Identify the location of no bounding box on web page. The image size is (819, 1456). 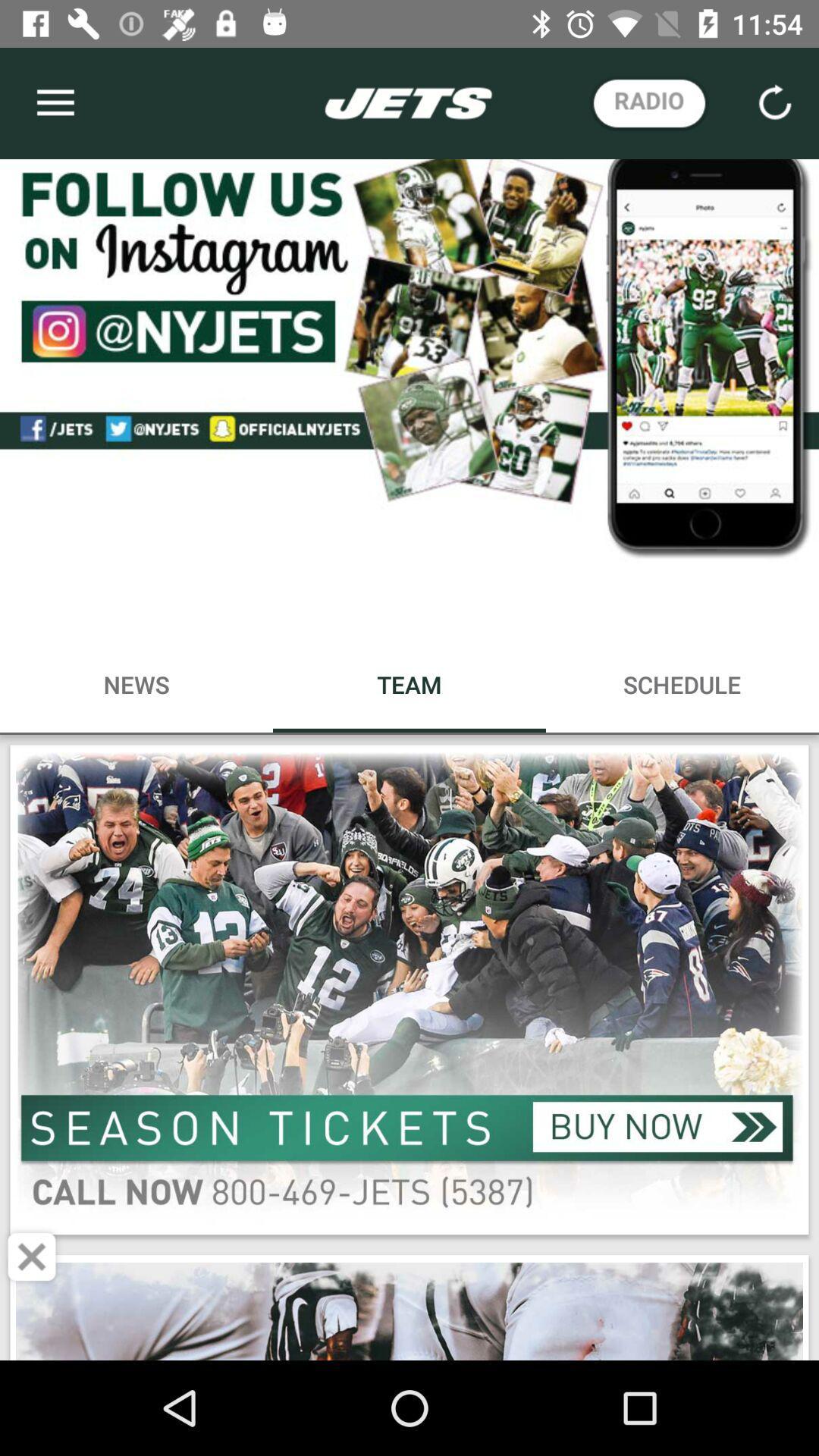
(409, 683).